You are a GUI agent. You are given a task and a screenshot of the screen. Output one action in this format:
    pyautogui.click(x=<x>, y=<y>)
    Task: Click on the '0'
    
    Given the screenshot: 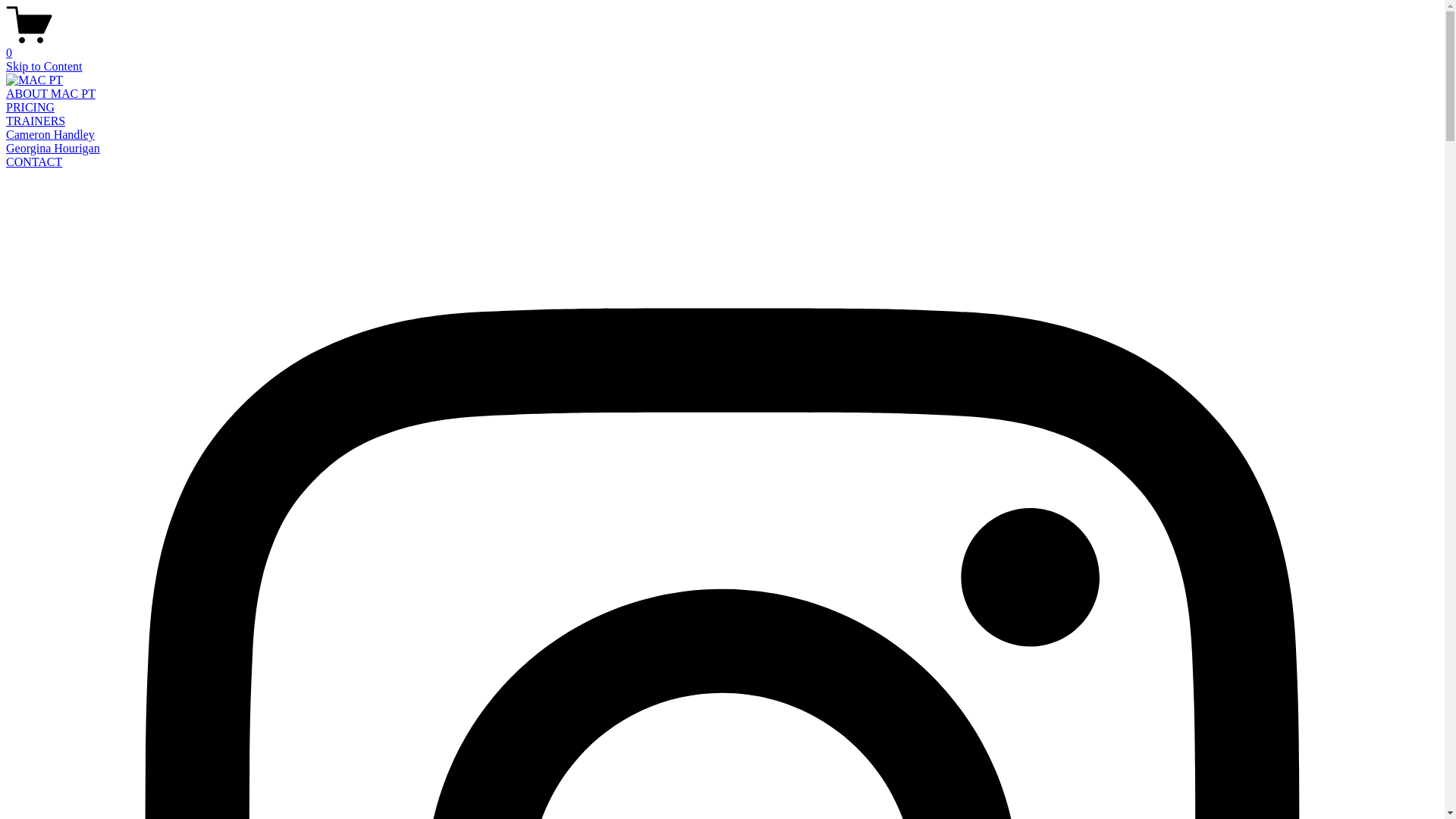 What is the action you would take?
    pyautogui.click(x=721, y=45)
    